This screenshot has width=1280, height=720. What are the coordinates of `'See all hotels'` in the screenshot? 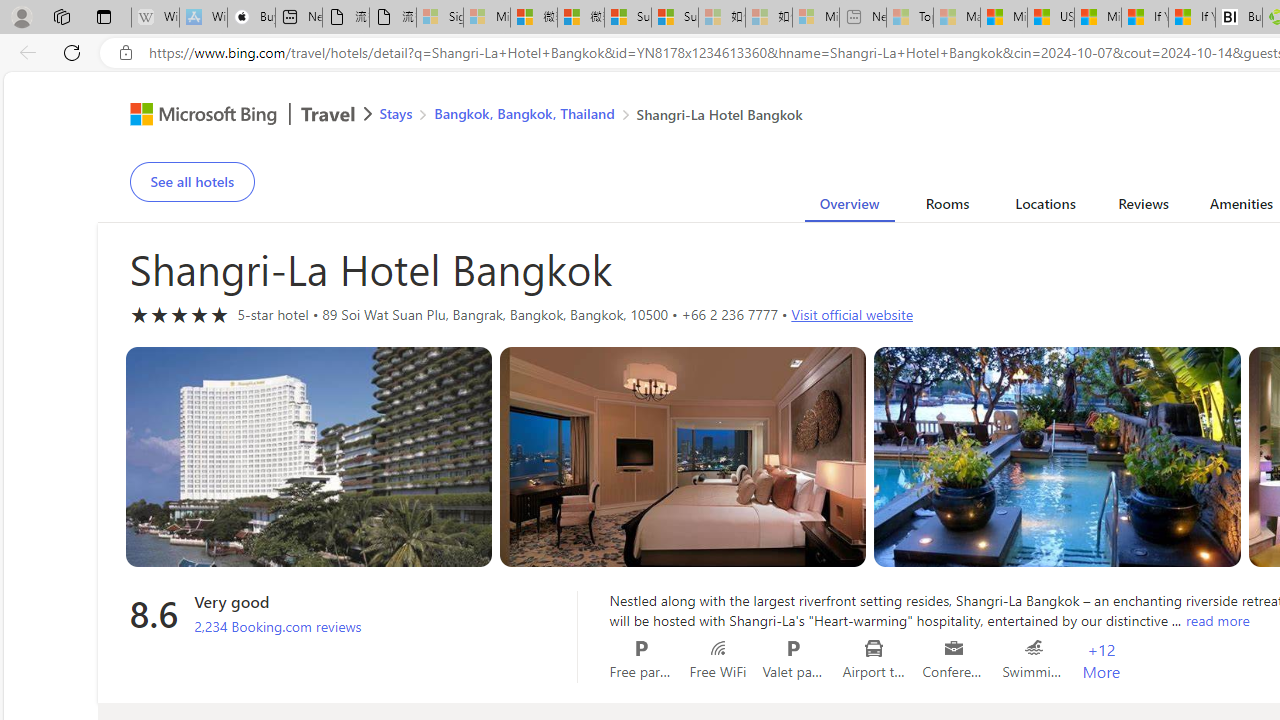 It's located at (192, 182).